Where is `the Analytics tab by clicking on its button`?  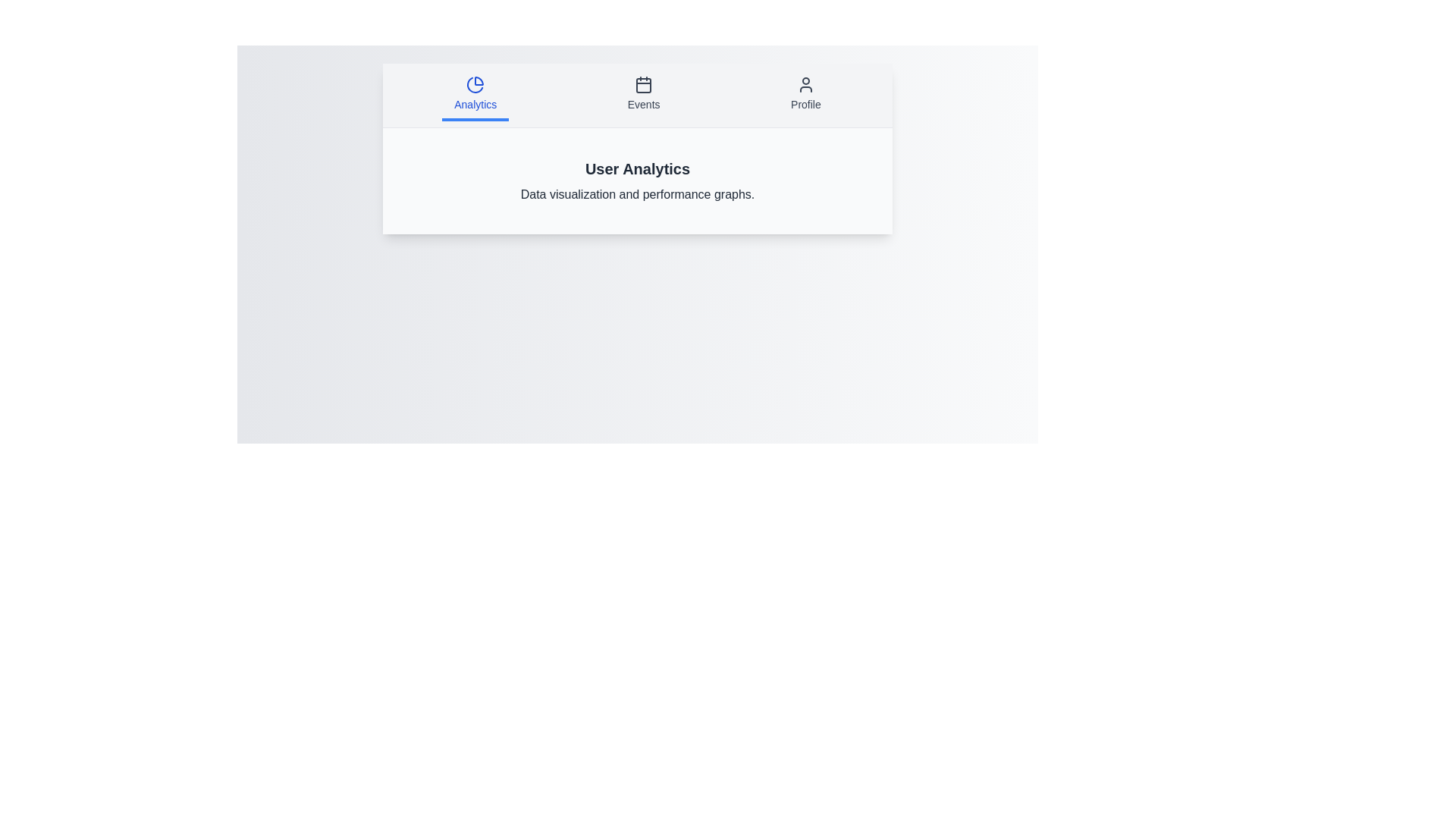
the Analytics tab by clicking on its button is located at coordinates (475, 96).